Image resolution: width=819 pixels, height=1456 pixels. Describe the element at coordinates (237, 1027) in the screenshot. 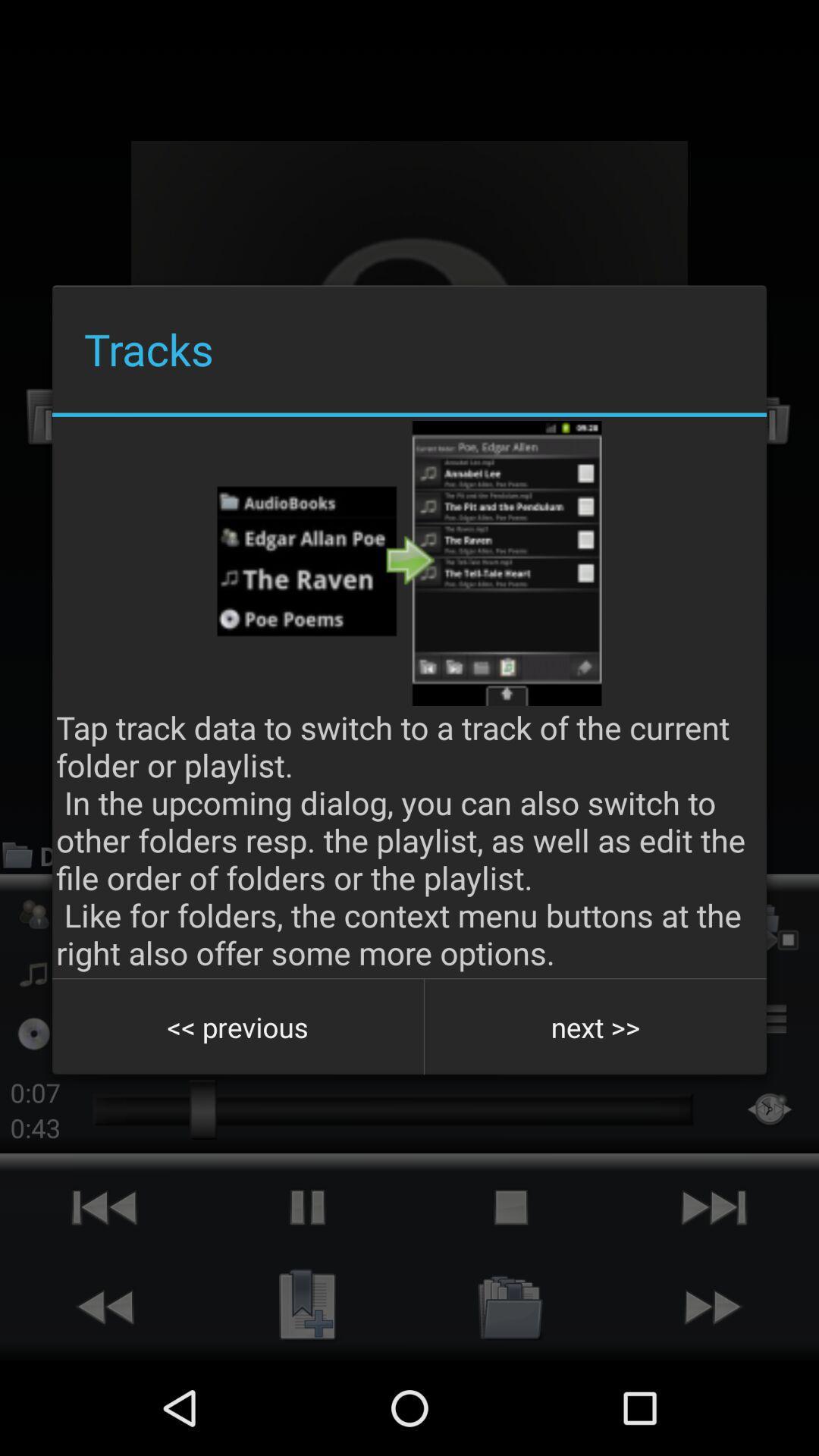

I see `item next to the next >>` at that location.